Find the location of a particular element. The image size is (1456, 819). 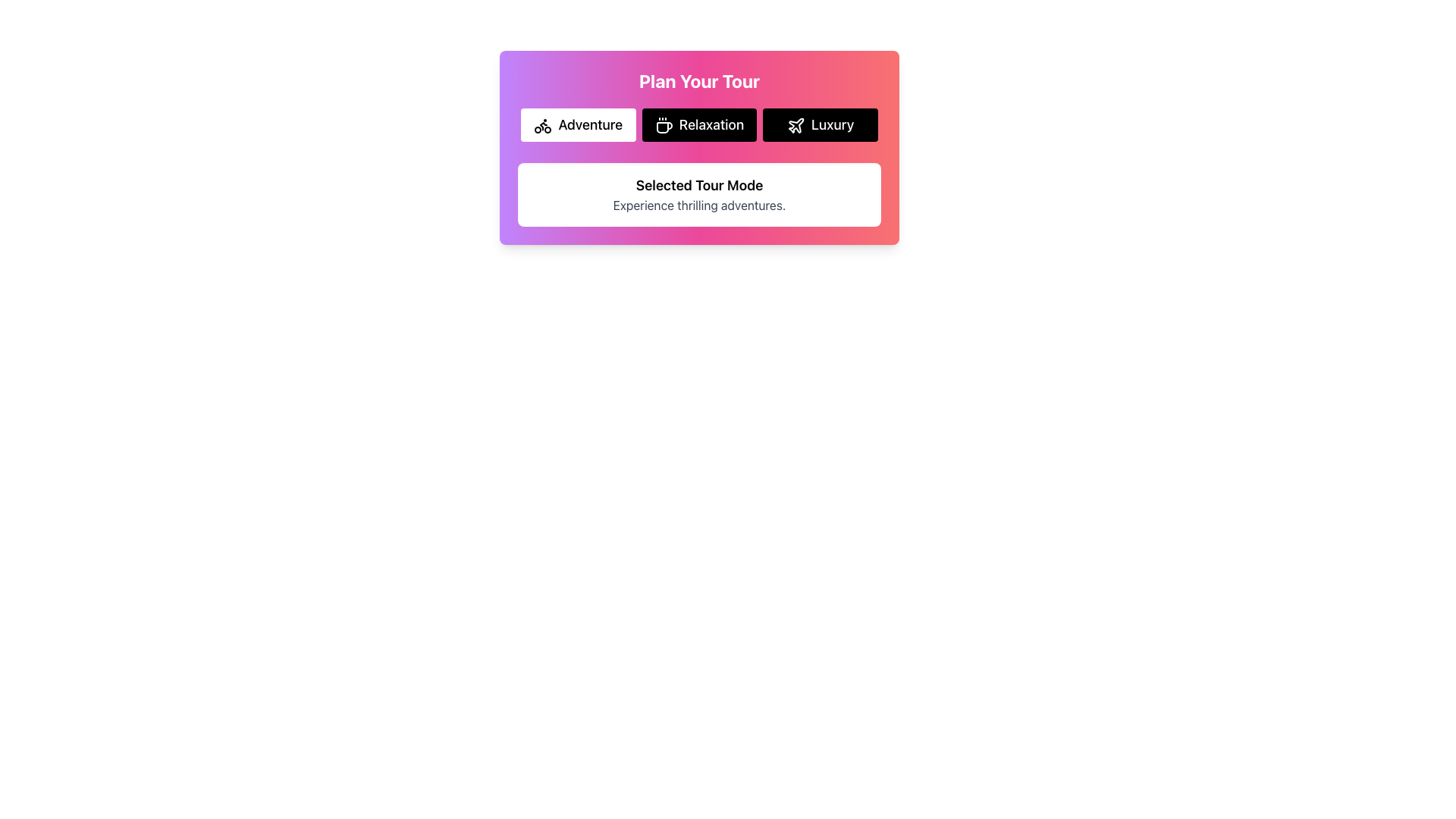

the 'Relaxation' button which contains the coffee cup icon styled in black with a stroke design is located at coordinates (664, 125).